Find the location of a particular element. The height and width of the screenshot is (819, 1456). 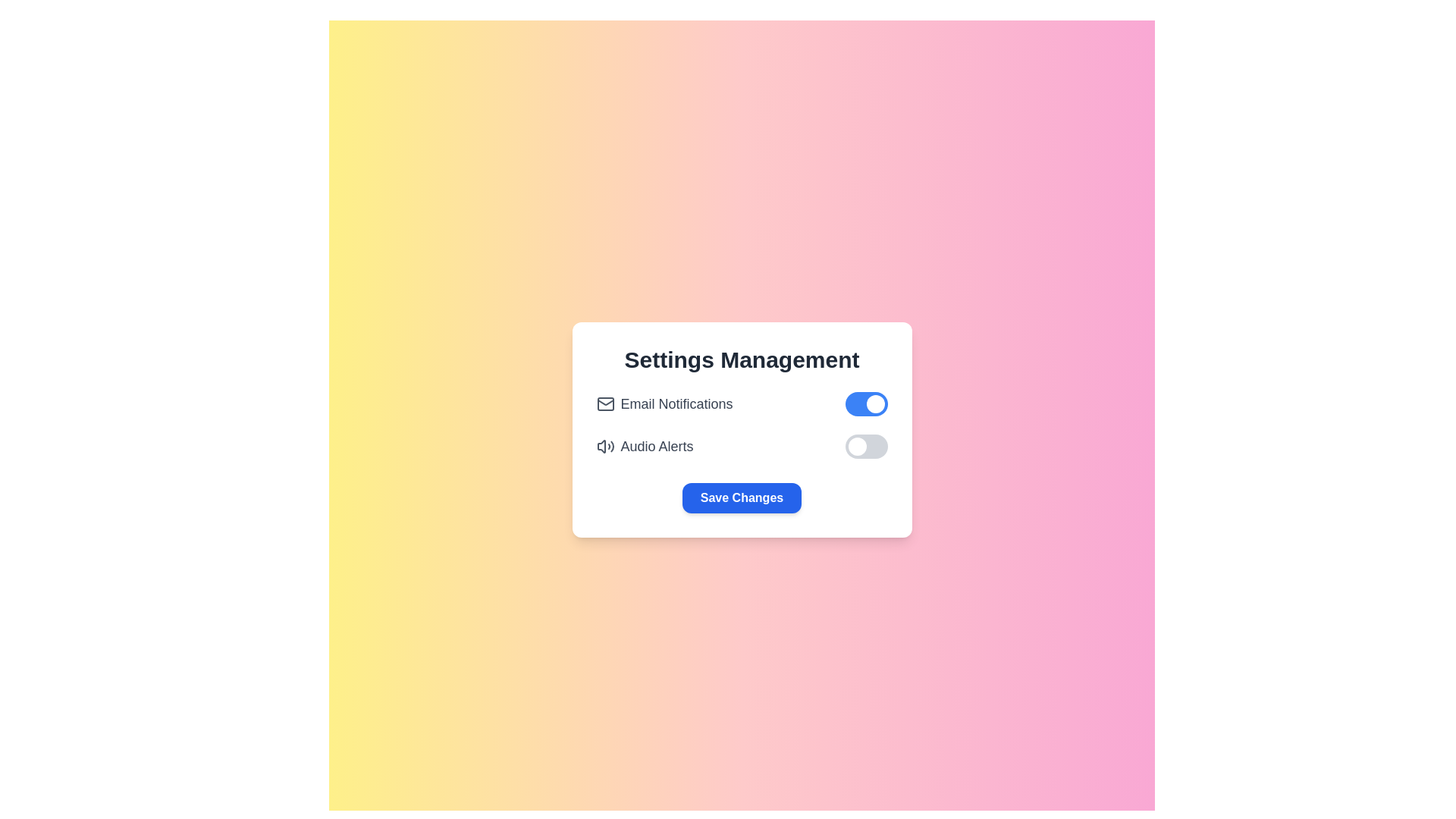

the label with an icon that describes the audio alert notifications toggle switch, located under 'Email Notifications' in the settings section is located at coordinates (645, 446).